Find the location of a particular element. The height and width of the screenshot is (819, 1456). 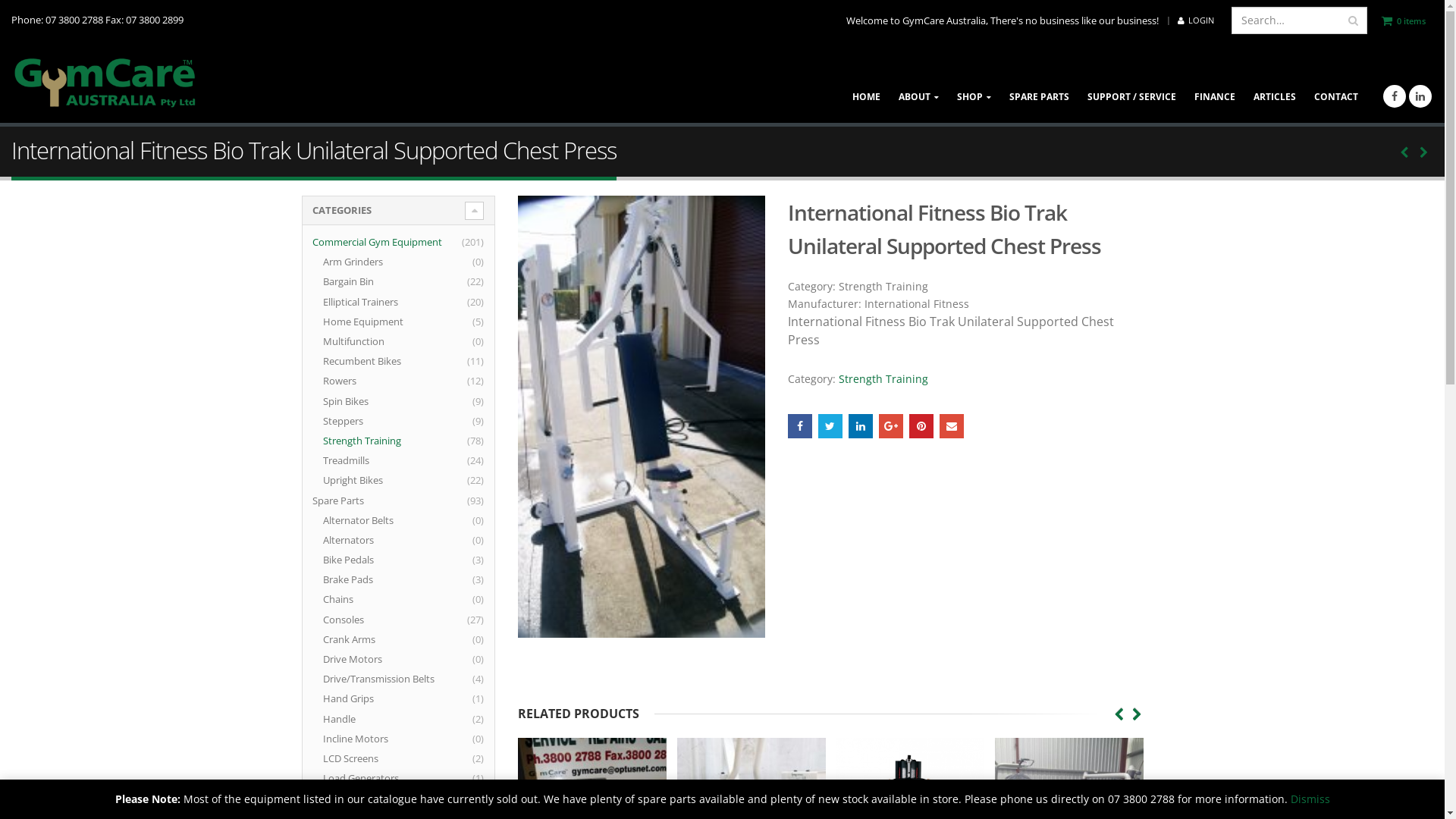

'Incline Motors' is located at coordinates (365, 738).